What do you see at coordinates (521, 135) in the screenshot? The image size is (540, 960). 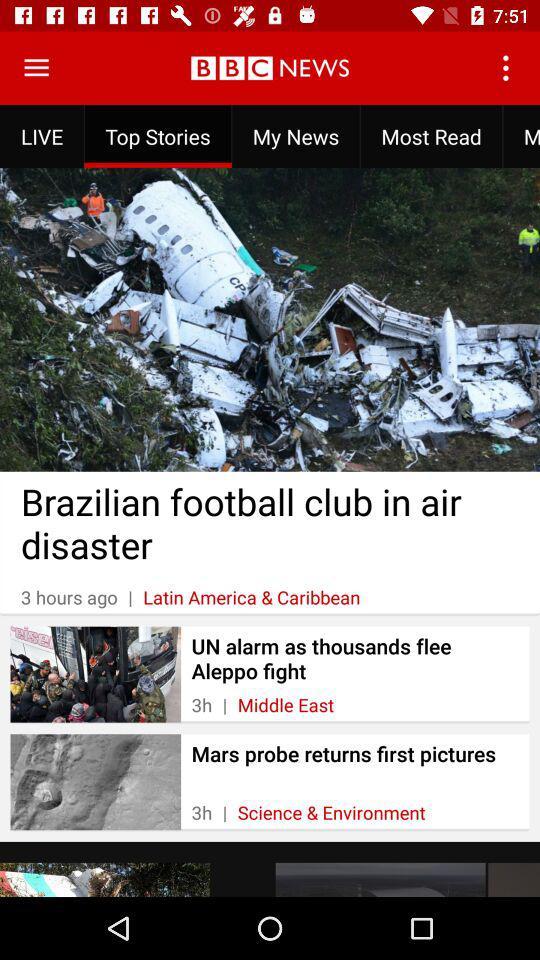 I see `icon to the right of the most read item` at bounding box center [521, 135].